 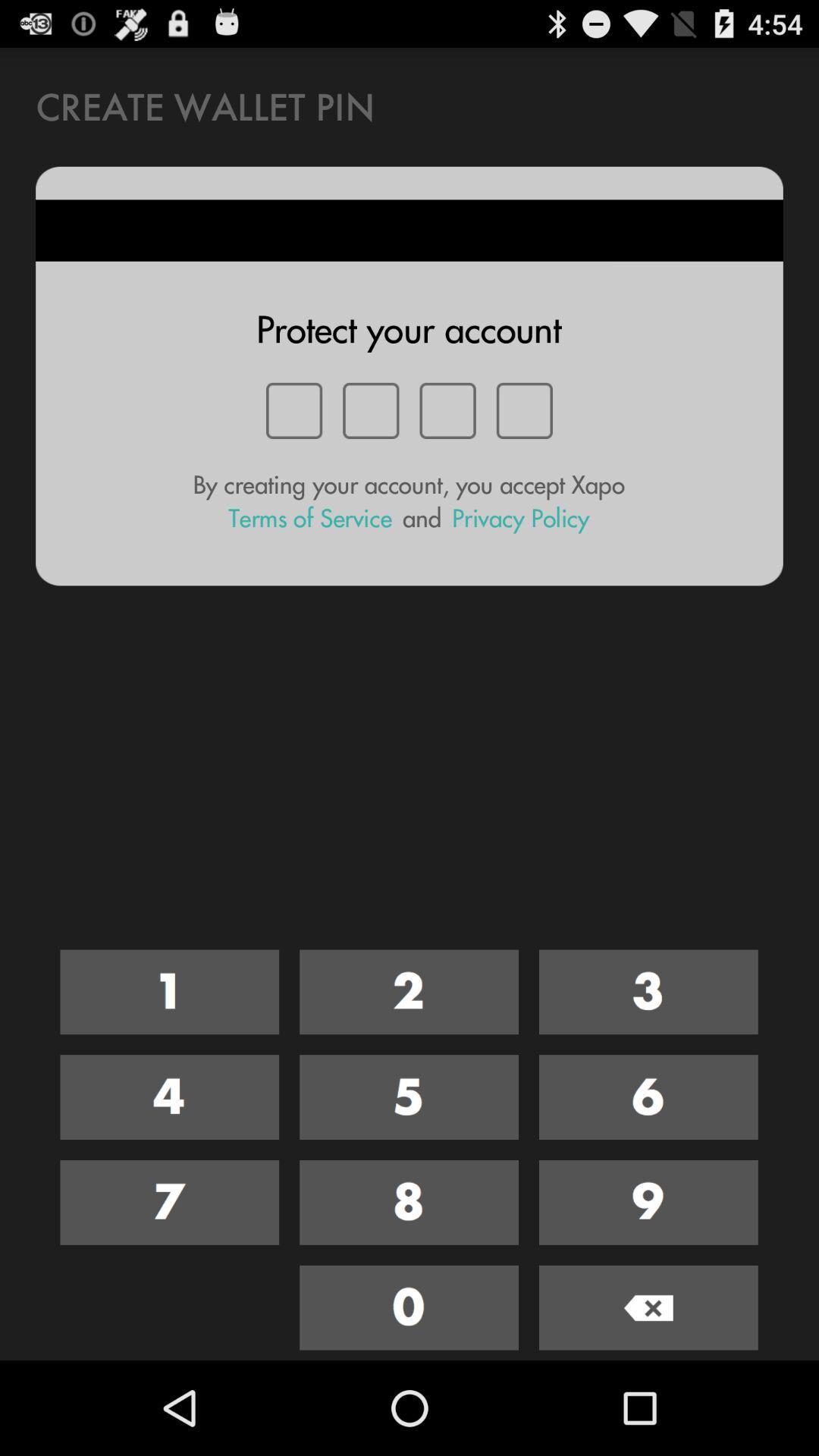 What do you see at coordinates (648, 1307) in the screenshot?
I see `delete password` at bounding box center [648, 1307].